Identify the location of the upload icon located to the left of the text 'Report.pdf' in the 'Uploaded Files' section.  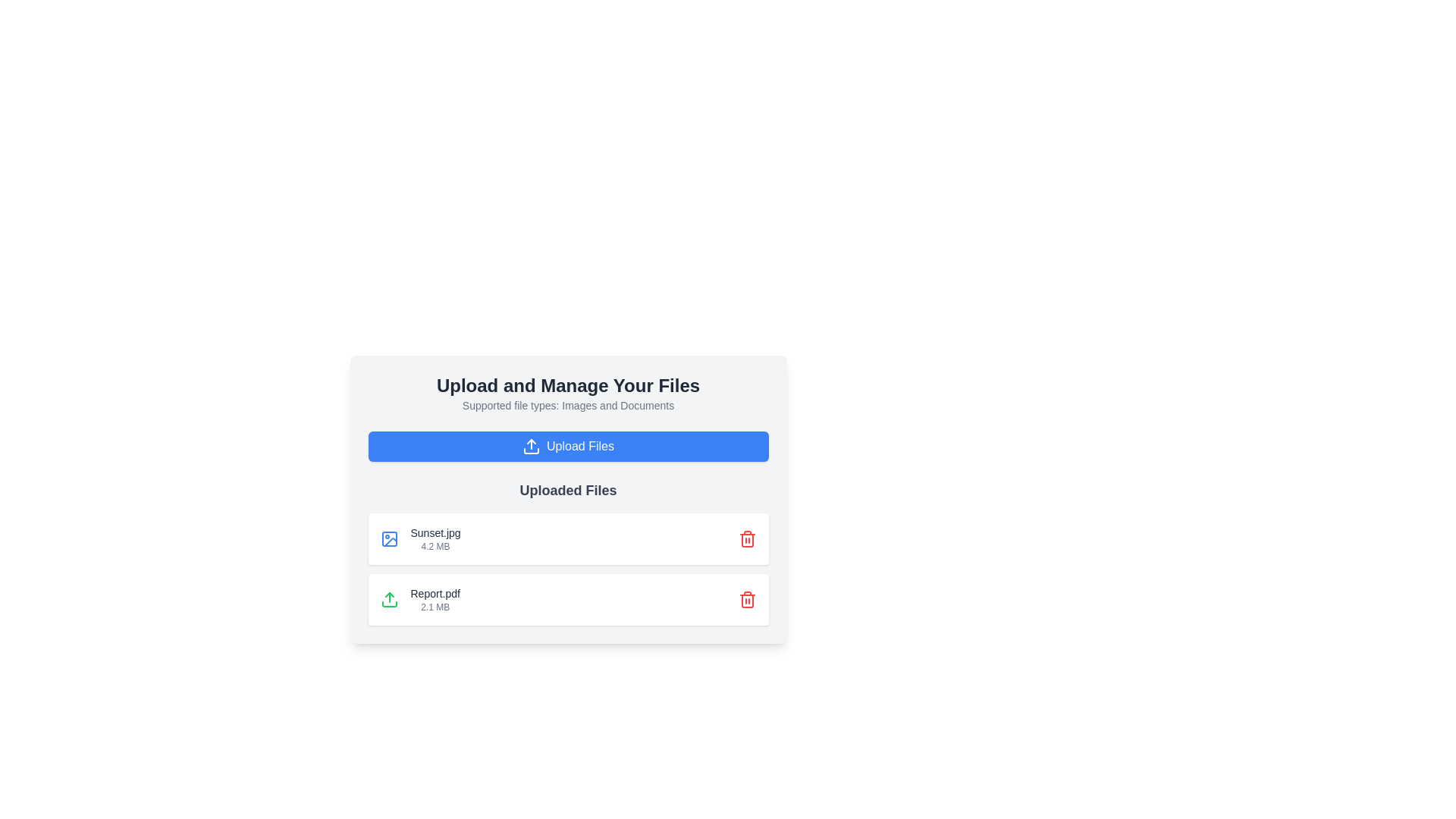
(389, 598).